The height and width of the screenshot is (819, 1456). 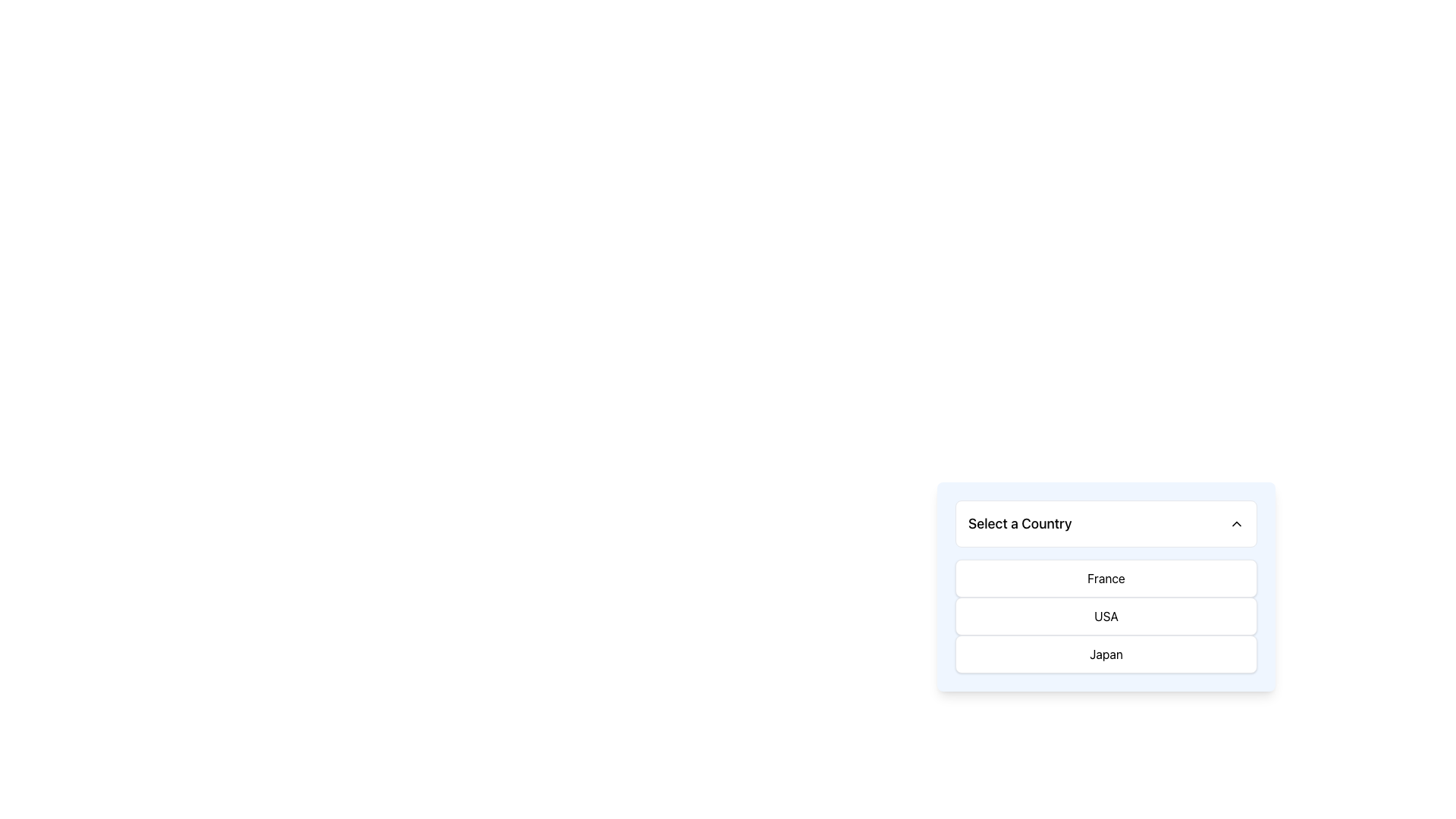 I want to click on the button labeled 'USA' which is styled with a white background and rounded corners, so click(x=1106, y=617).